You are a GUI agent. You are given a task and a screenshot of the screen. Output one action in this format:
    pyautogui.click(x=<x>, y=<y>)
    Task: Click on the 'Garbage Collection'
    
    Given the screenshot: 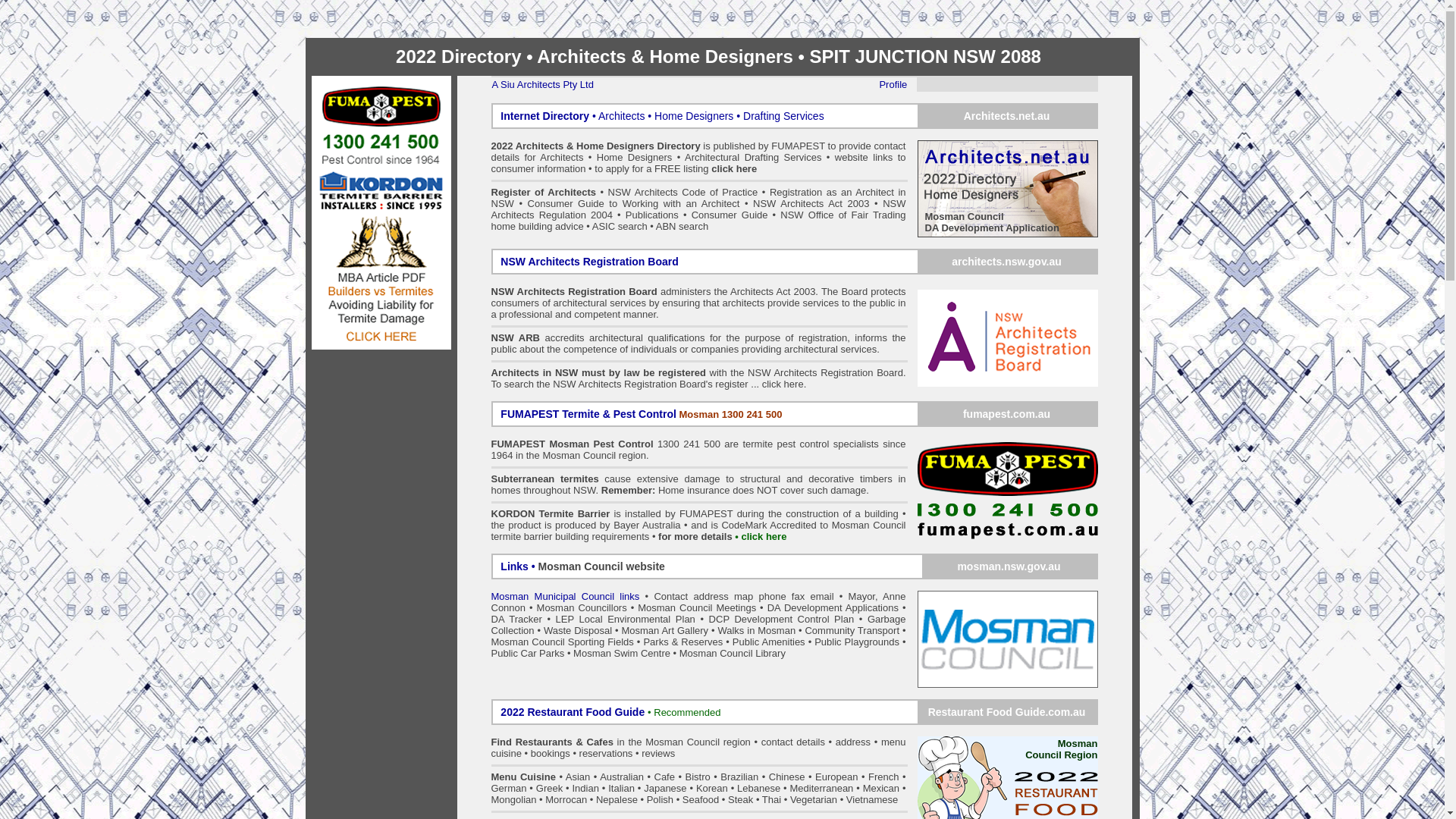 What is the action you would take?
    pyautogui.click(x=698, y=625)
    